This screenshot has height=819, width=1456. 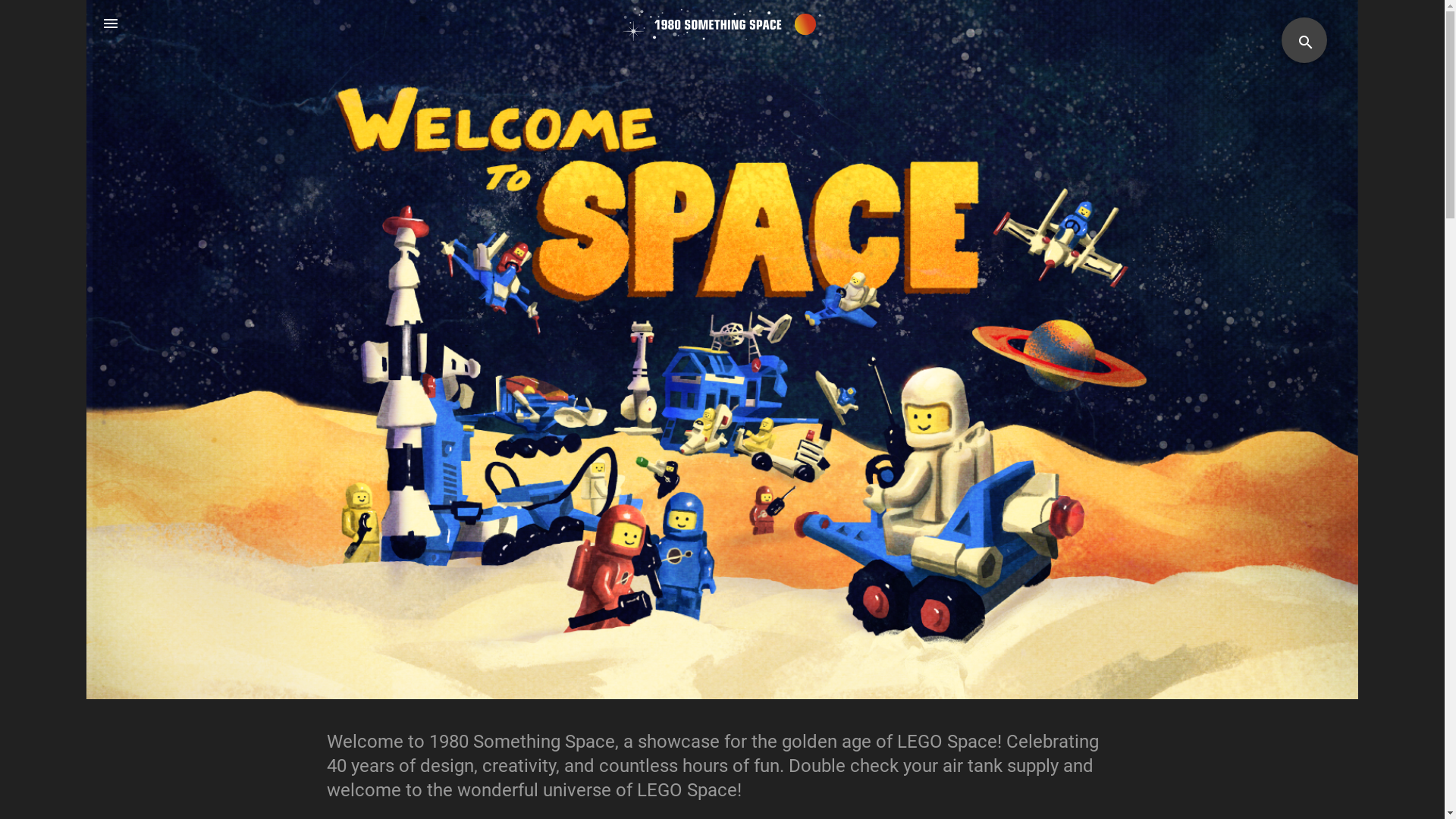 I want to click on 'menu', so click(x=86, y=24).